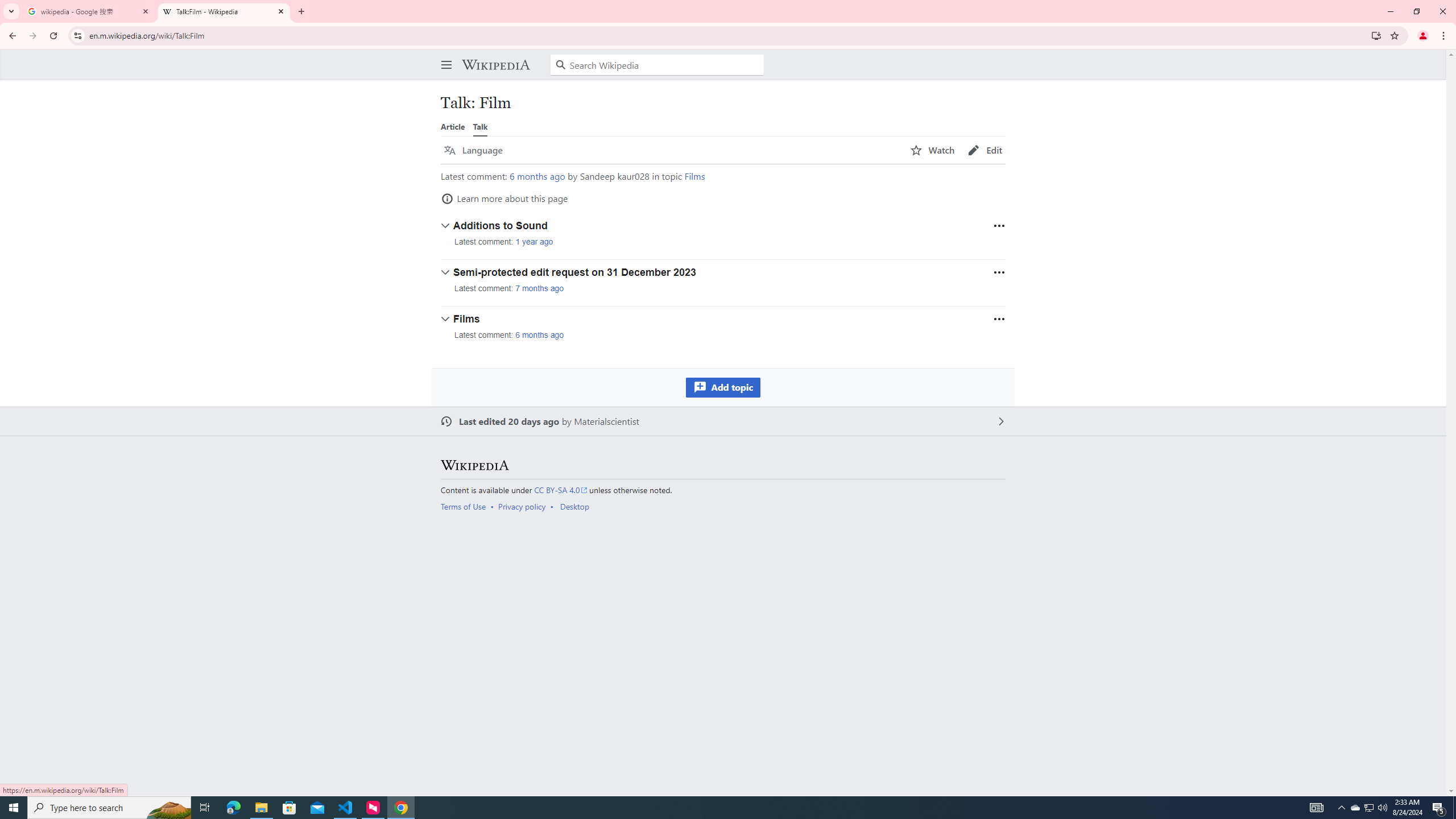  What do you see at coordinates (985, 150) in the screenshot?
I see `'Edit'` at bounding box center [985, 150].